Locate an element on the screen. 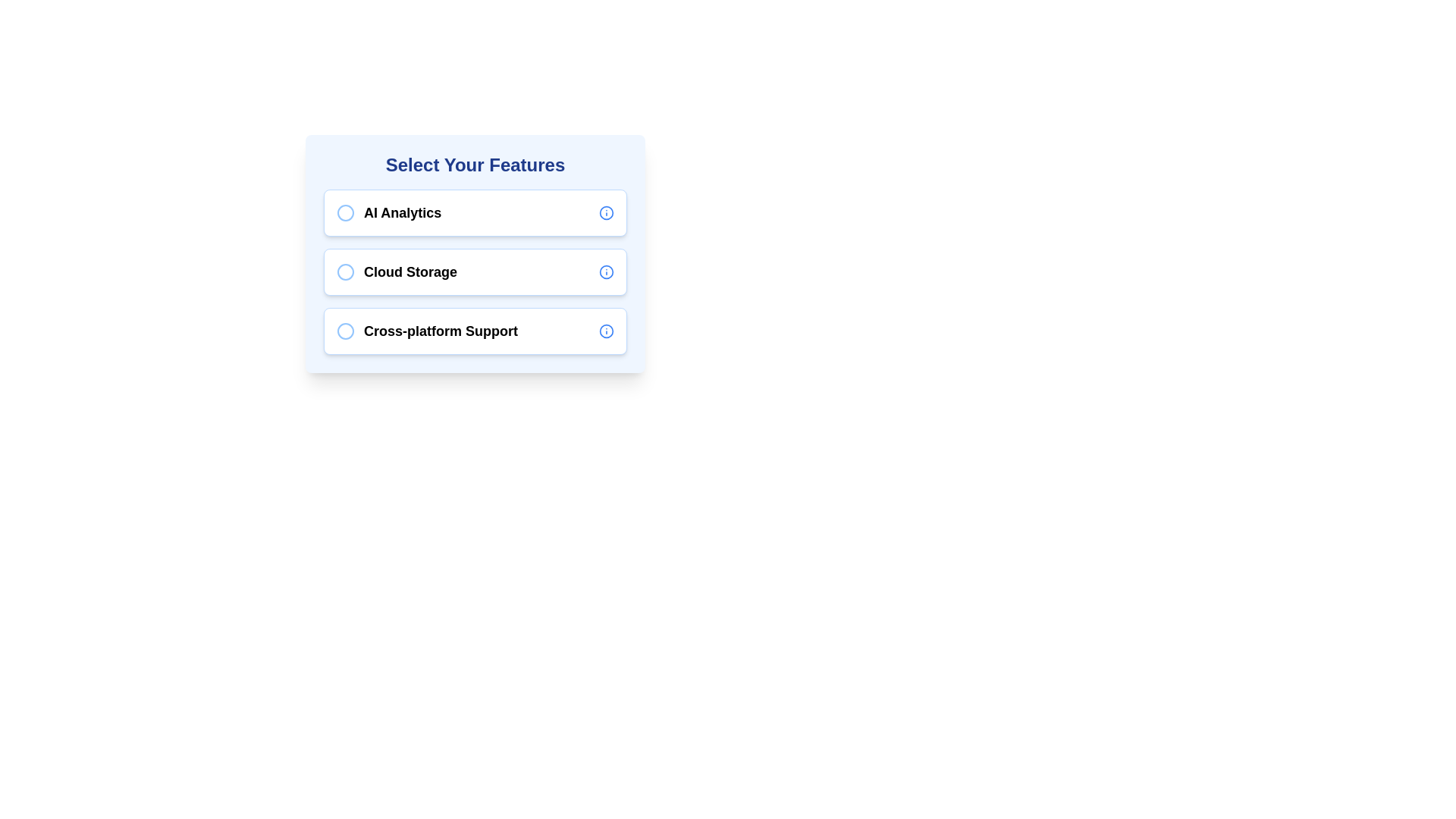 The width and height of the screenshot is (1456, 819). the SVG circle graphic that is part of the 'AI Analytics' list item, located at the center of the icon space is located at coordinates (345, 213).